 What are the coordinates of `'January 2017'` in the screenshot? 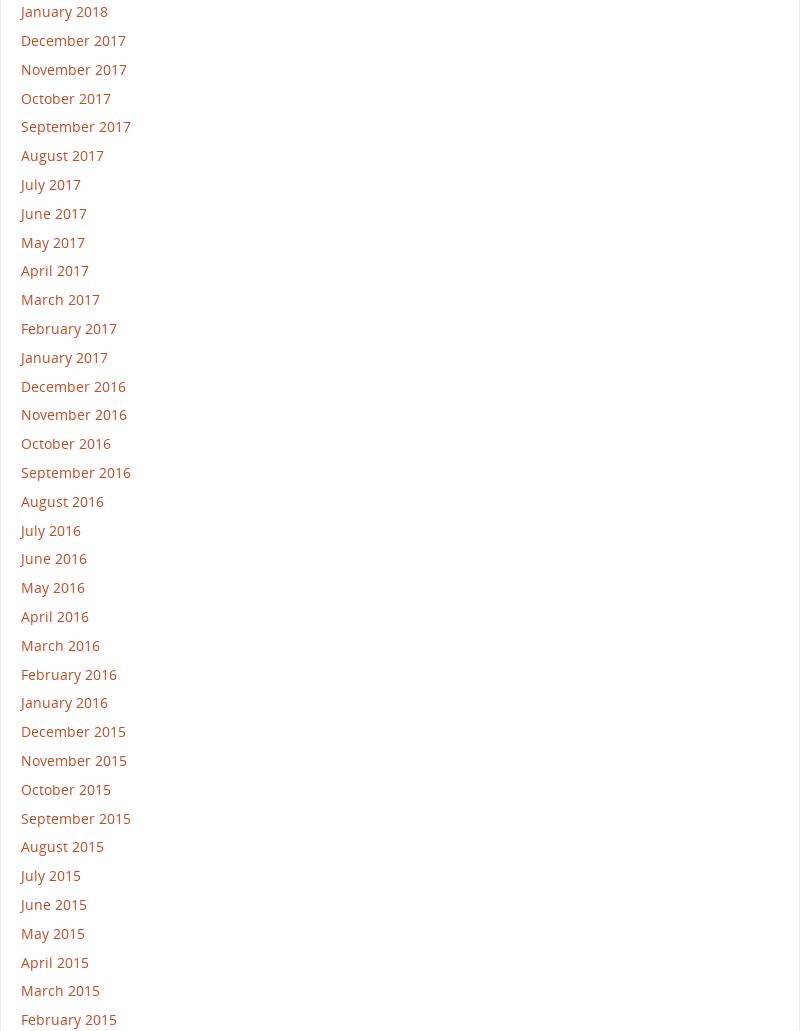 It's located at (63, 355).